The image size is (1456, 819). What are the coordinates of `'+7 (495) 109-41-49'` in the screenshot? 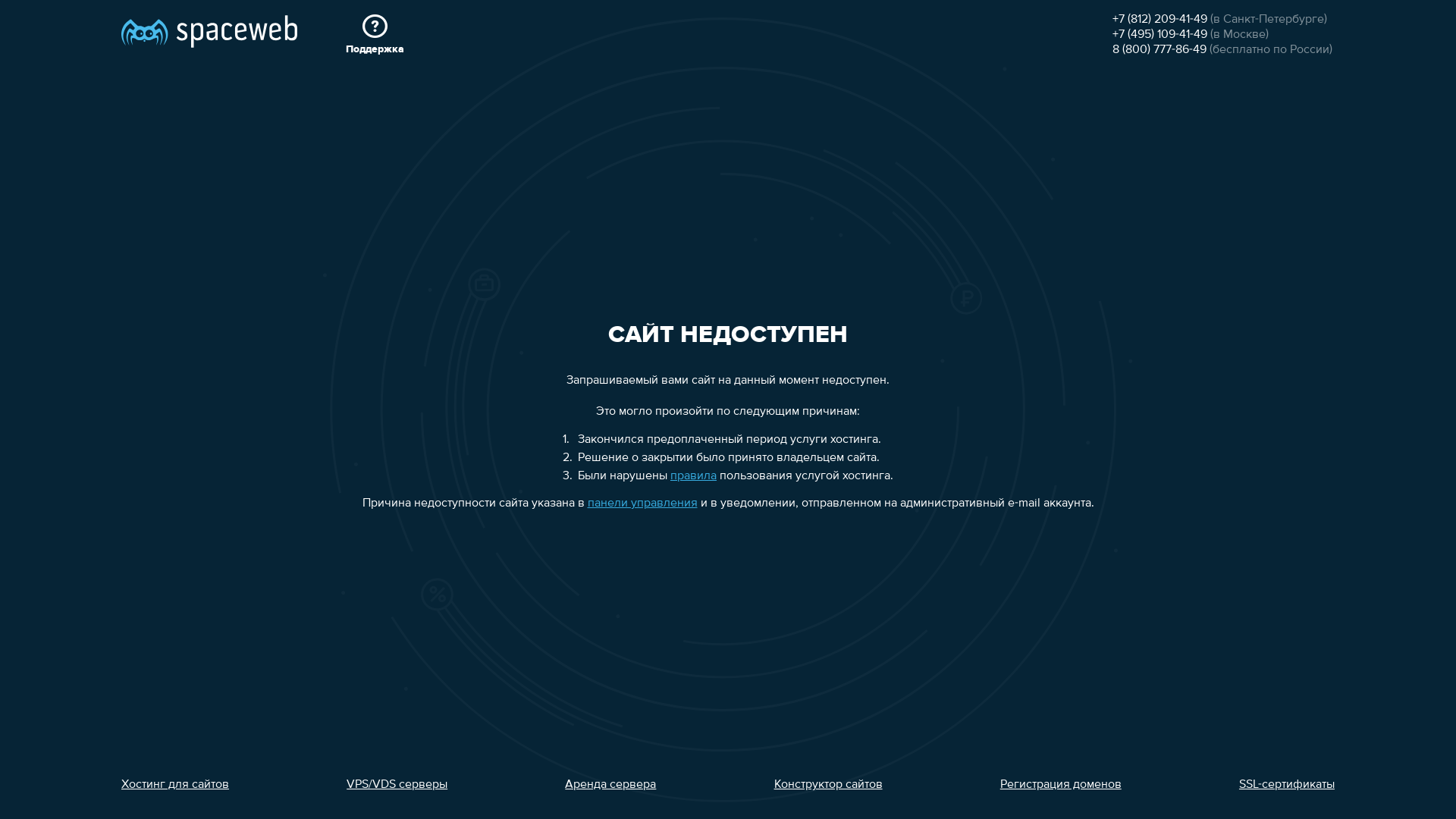 It's located at (1159, 34).